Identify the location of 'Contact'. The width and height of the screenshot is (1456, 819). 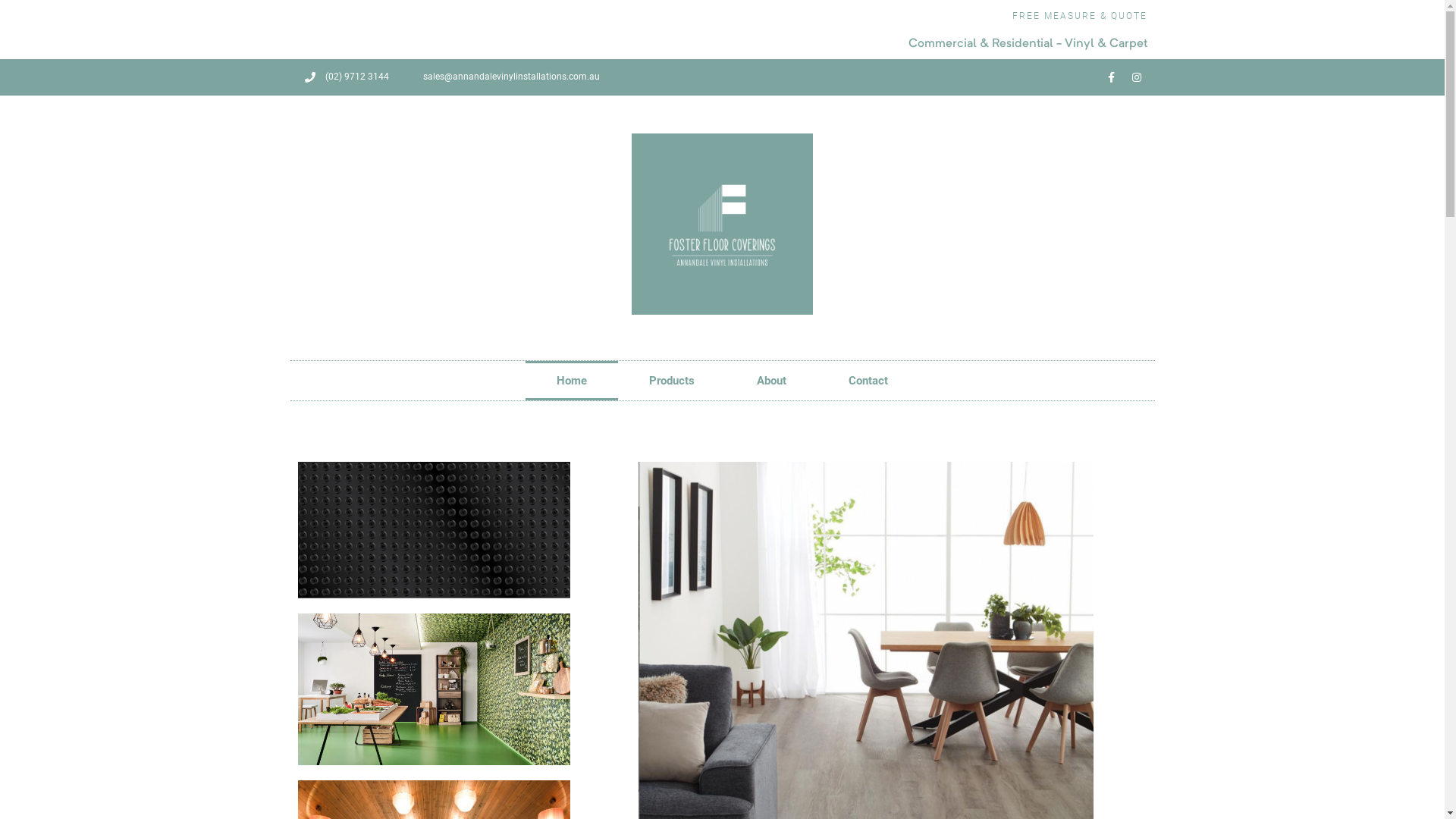
(868, 379).